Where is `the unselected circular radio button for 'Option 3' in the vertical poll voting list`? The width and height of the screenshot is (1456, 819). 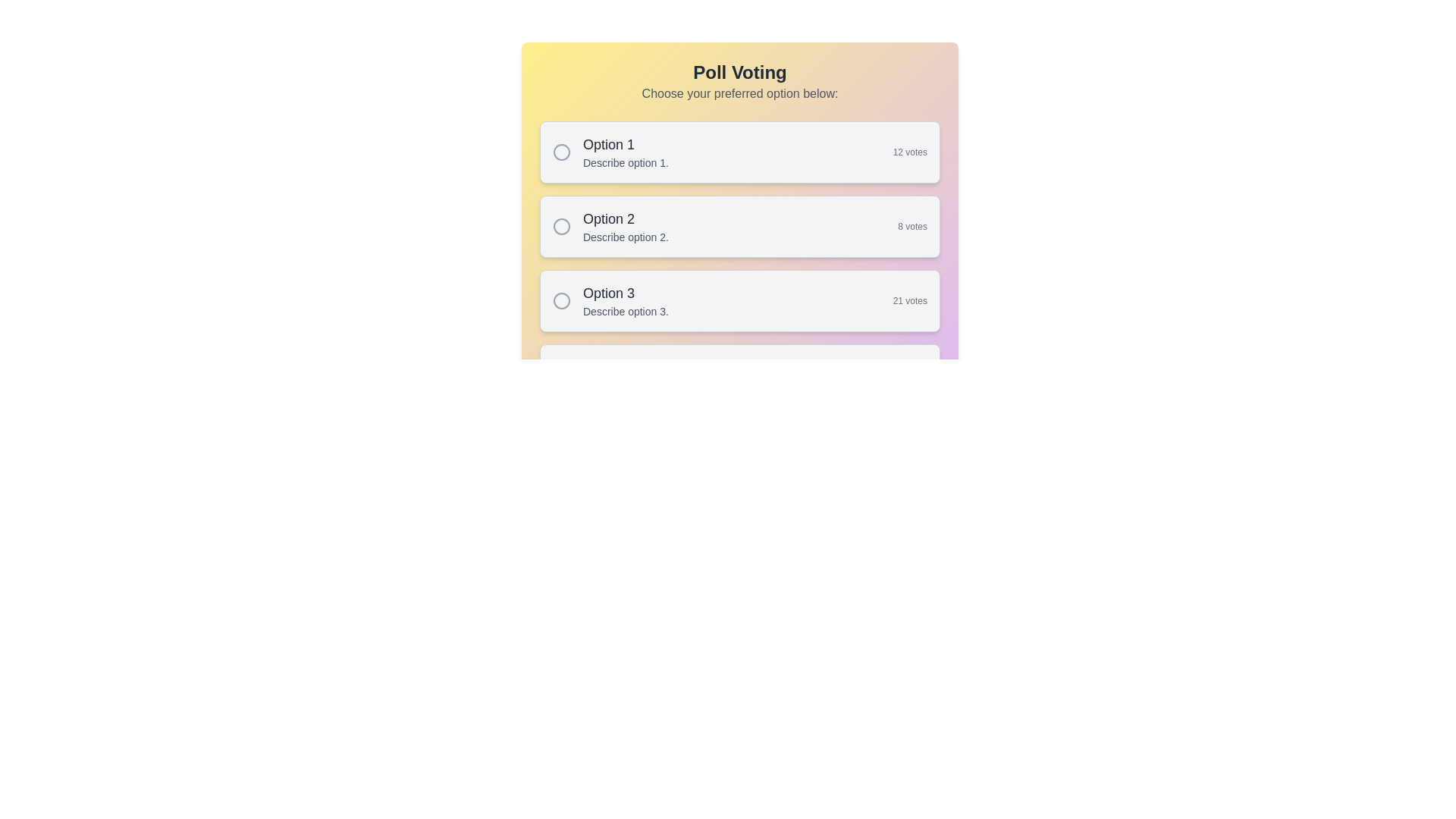 the unselected circular radio button for 'Option 3' in the vertical poll voting list is located at coordinates (560, 301).